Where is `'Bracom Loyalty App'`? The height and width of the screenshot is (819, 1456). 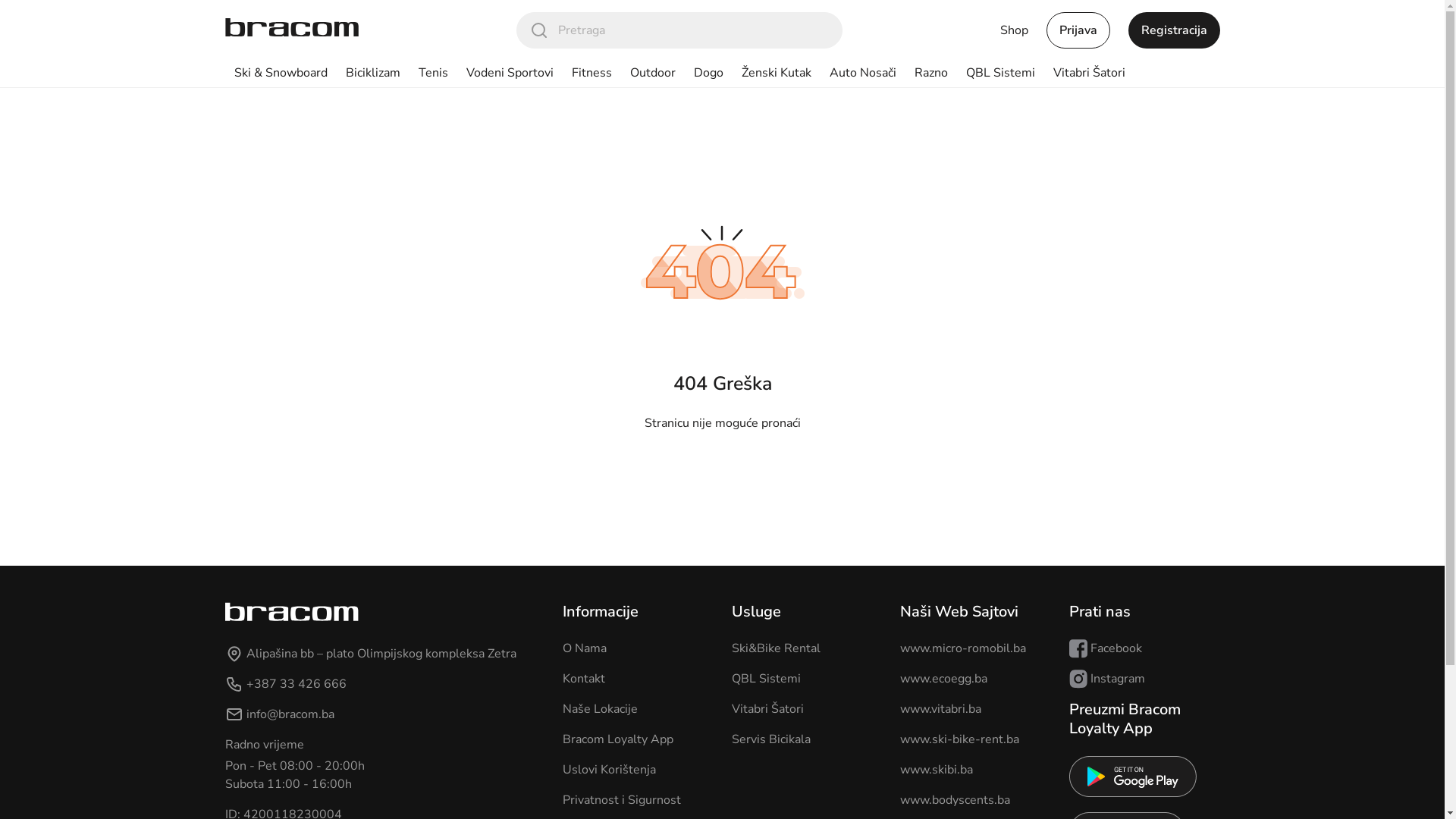
'Bracom Loyalty App' is located at coordinates (618, 739).